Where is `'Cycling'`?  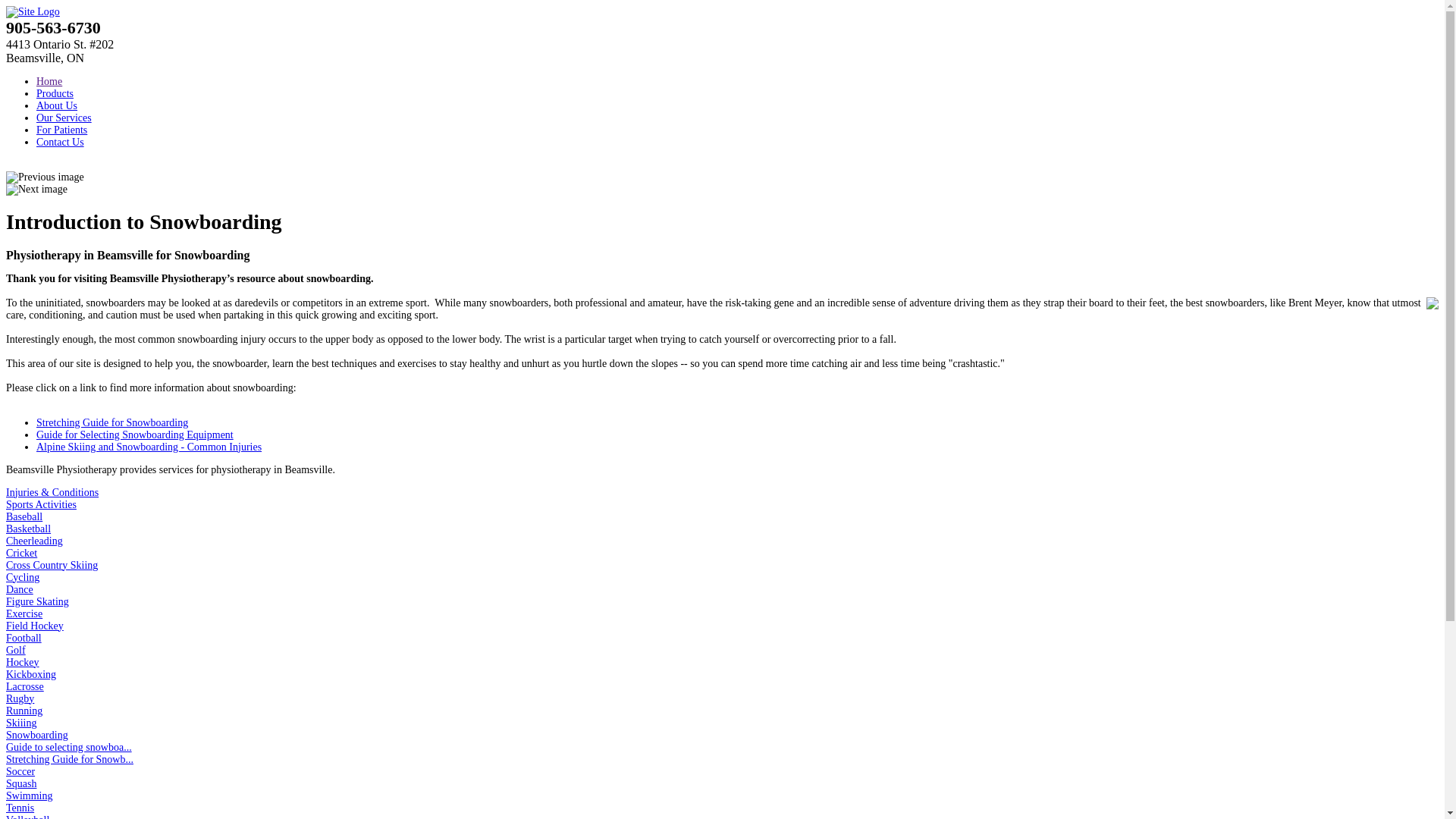
'Cycling' is located at coordinates (22, 577).